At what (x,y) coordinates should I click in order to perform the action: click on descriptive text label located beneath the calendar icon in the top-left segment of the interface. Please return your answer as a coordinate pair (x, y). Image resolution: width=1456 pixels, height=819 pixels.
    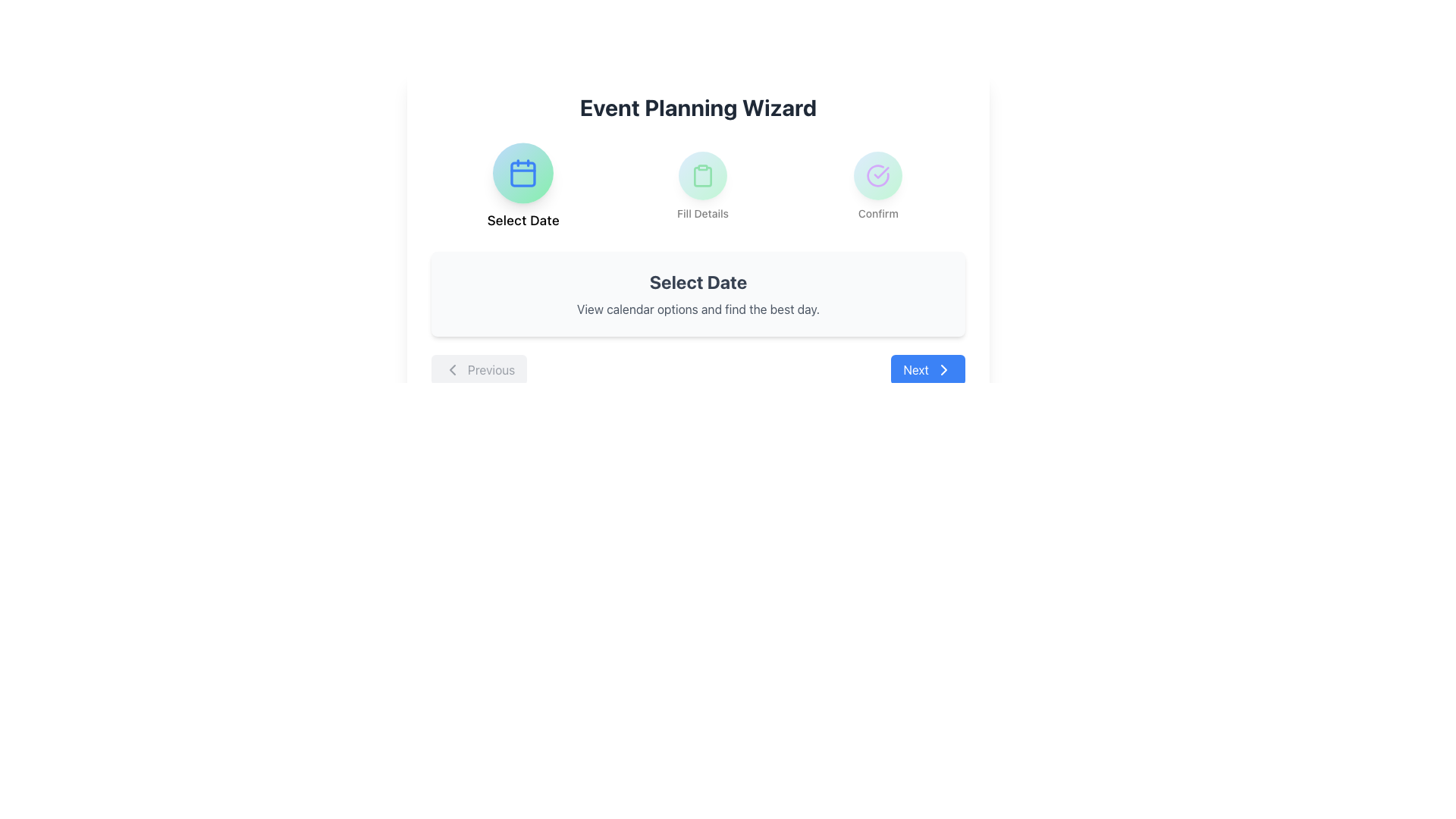
    Looking at the image, I should click on (522, 220).